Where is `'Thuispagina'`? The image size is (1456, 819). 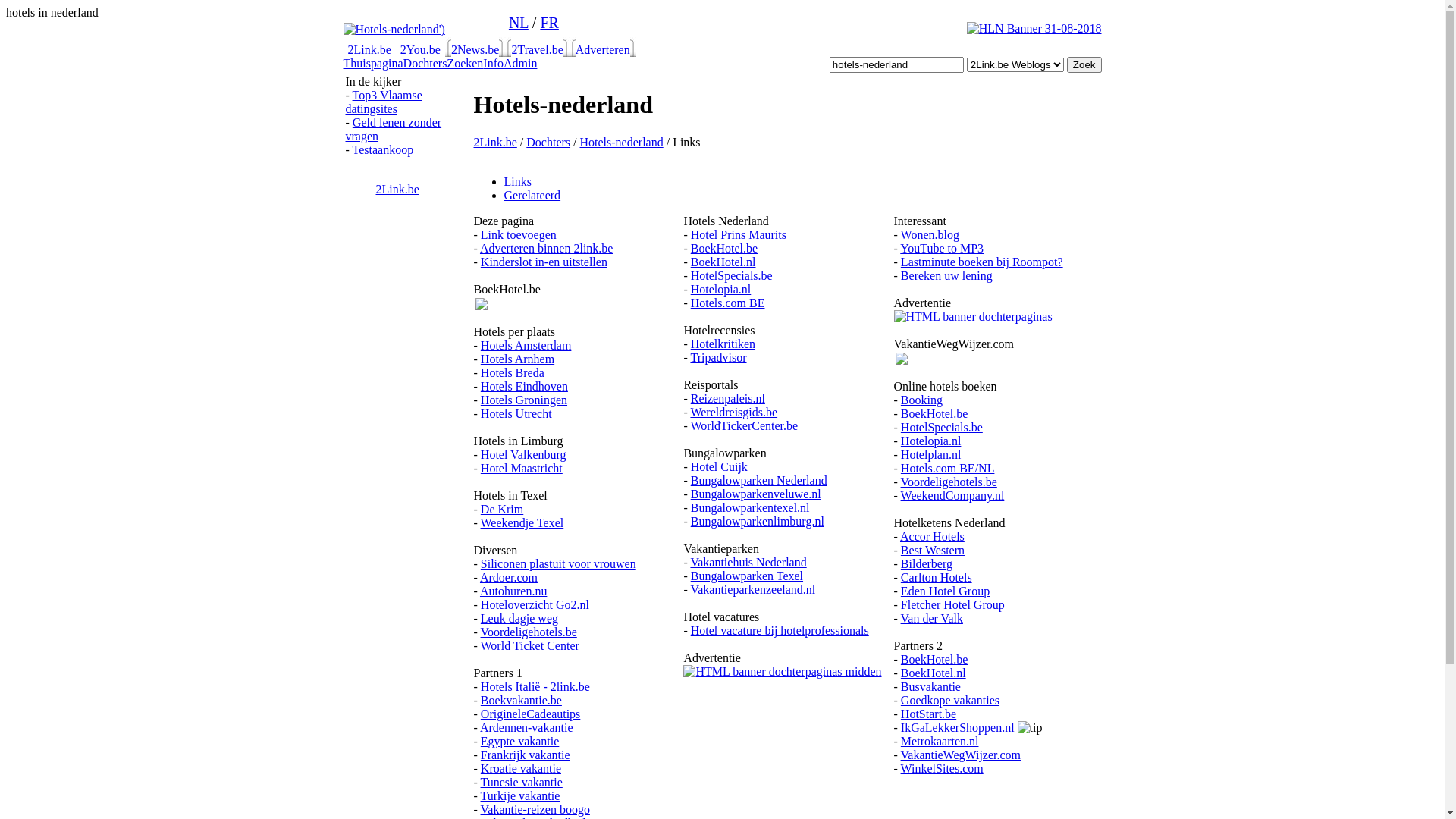 'Thuispagina' is located at coordinates (372, 62).